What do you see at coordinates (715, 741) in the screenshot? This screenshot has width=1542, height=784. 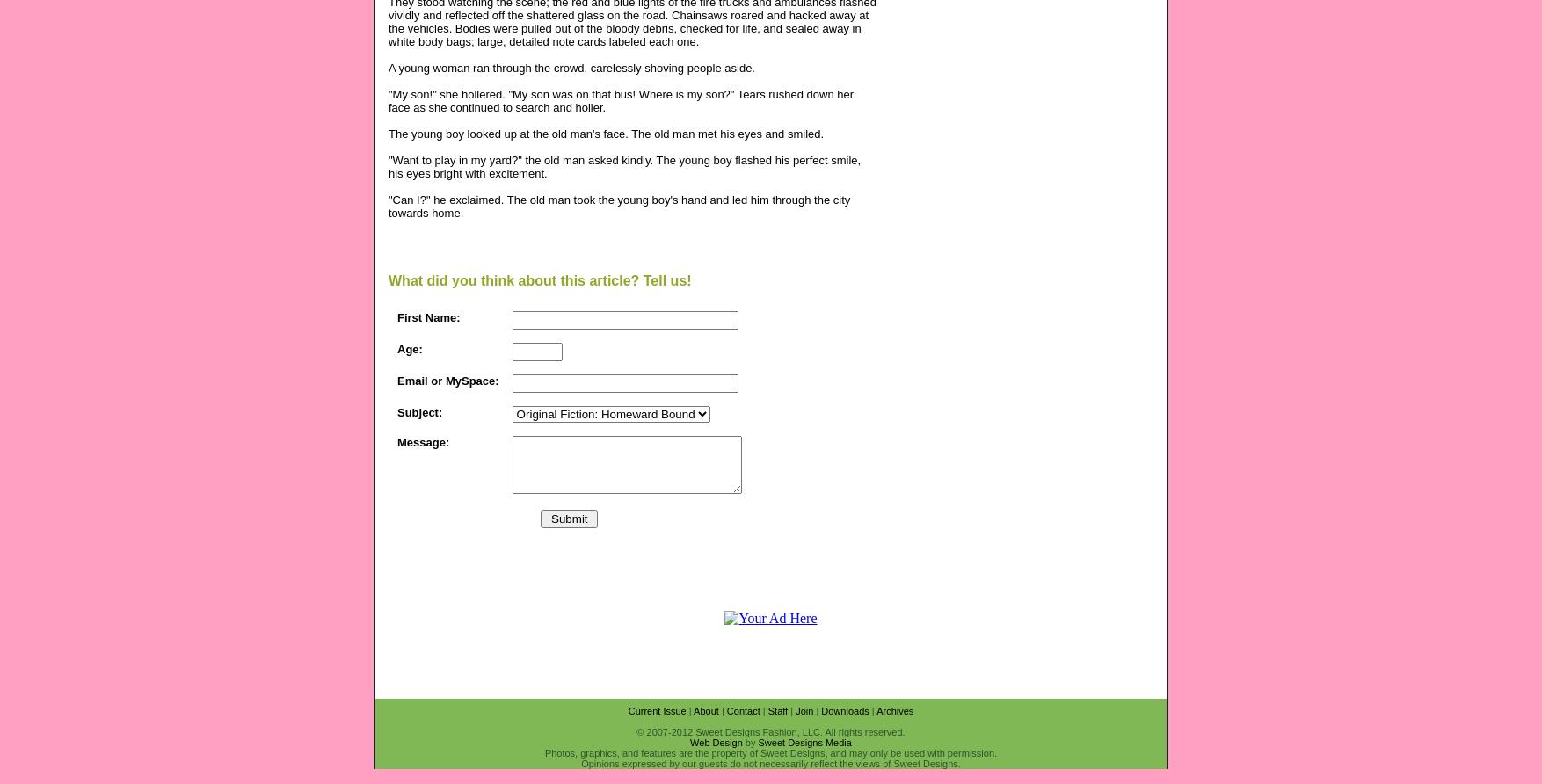 I see `'Web Design'` at bounding box center [715, 741].